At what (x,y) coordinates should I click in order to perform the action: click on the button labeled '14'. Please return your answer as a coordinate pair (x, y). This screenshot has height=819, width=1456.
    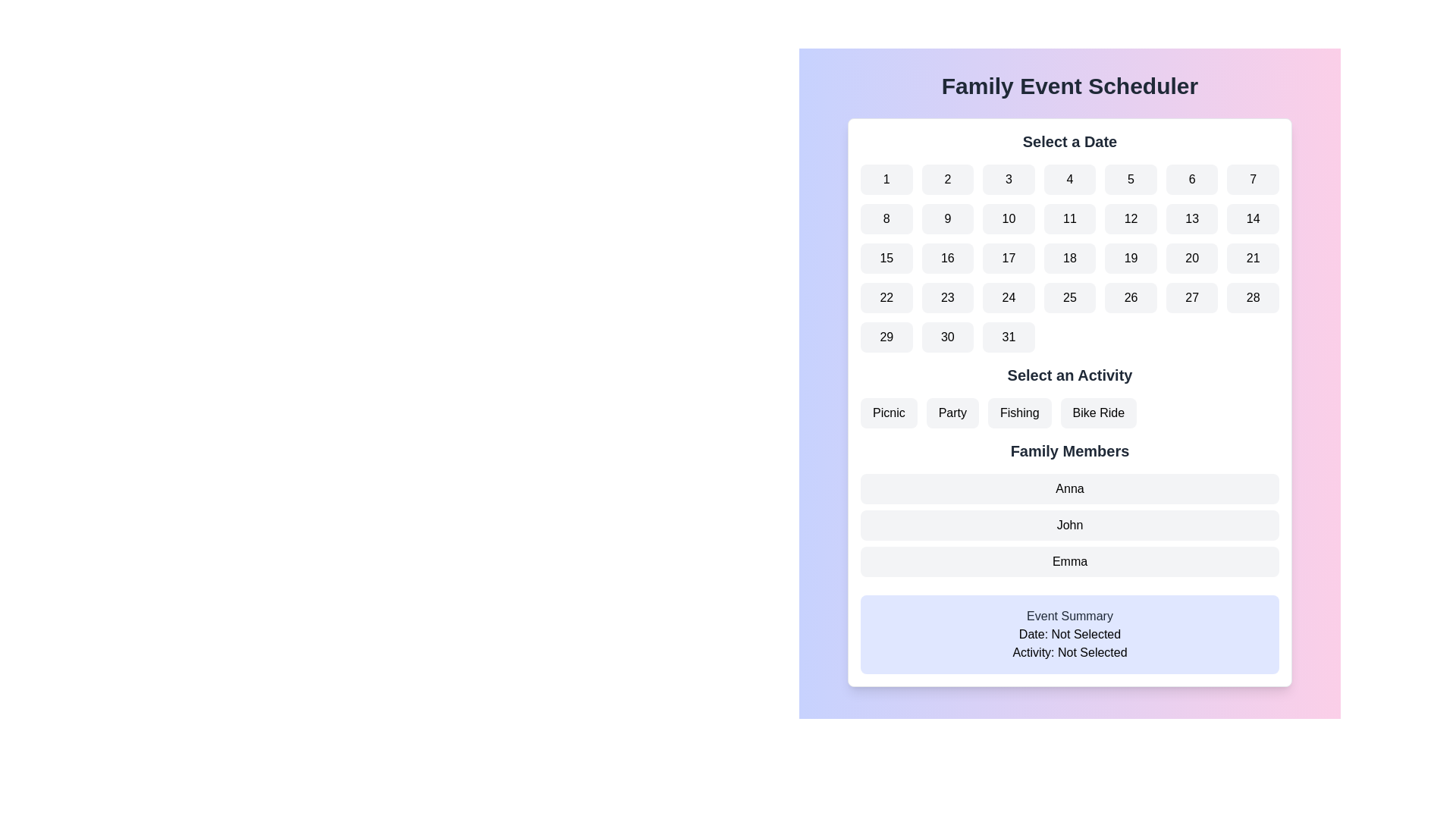
    Looking at the image, I should click on (1253, 219).